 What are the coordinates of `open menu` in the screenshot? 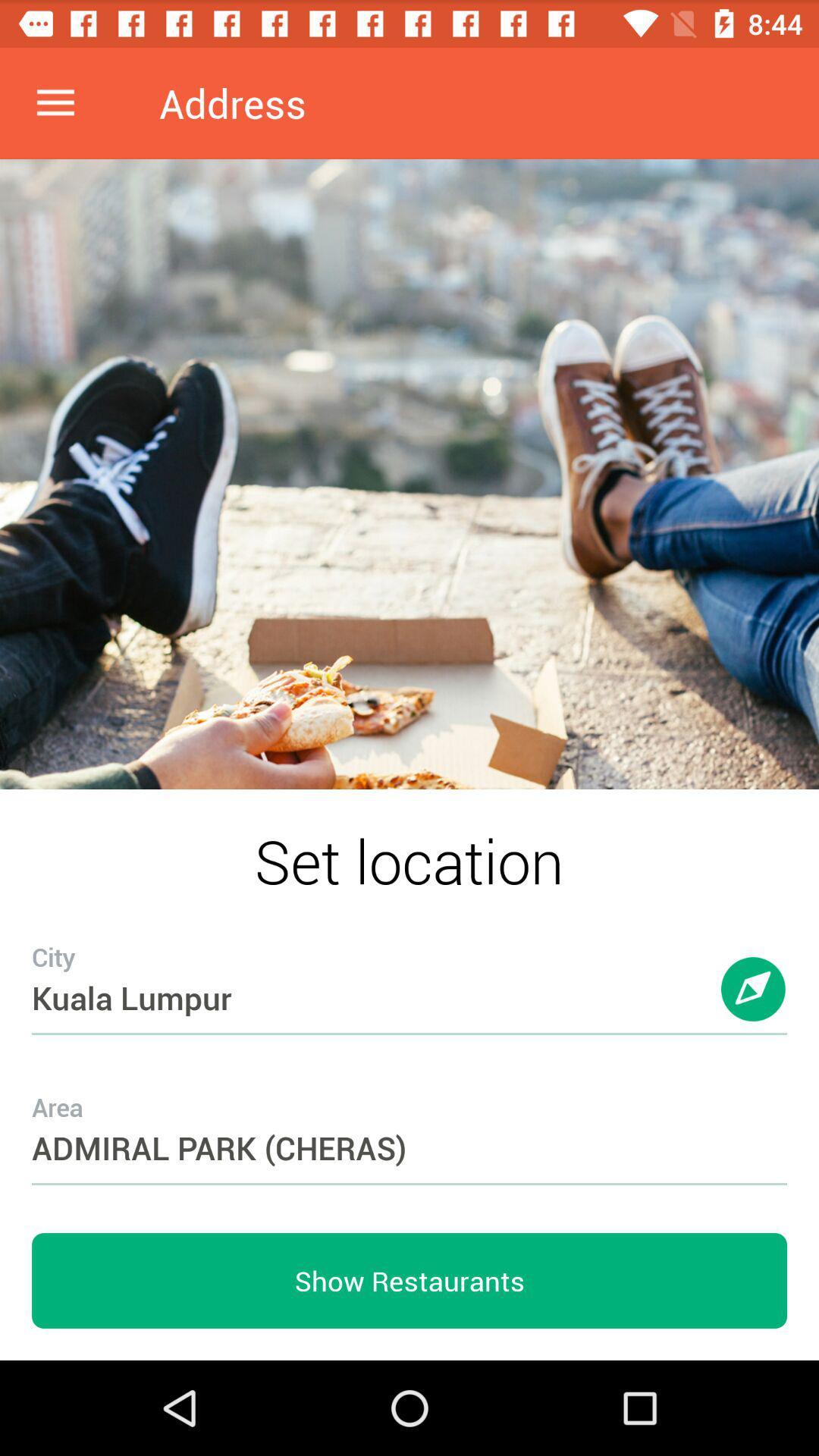 It's located at (55, 102).